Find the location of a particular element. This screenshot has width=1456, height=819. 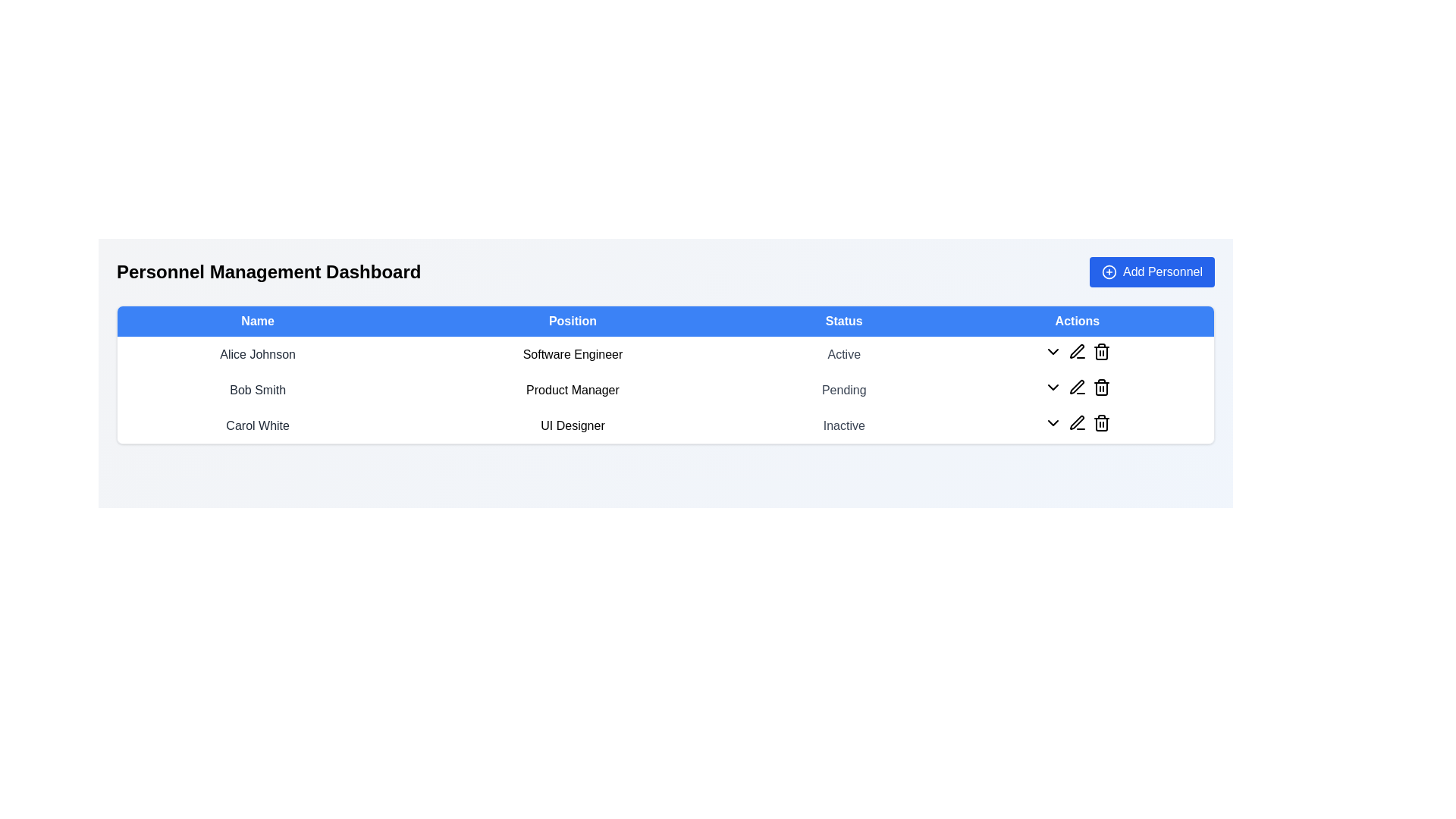

the delete icon located in the third row under the 'Actions' column of the table layout is located at coordinates (1101, 424).